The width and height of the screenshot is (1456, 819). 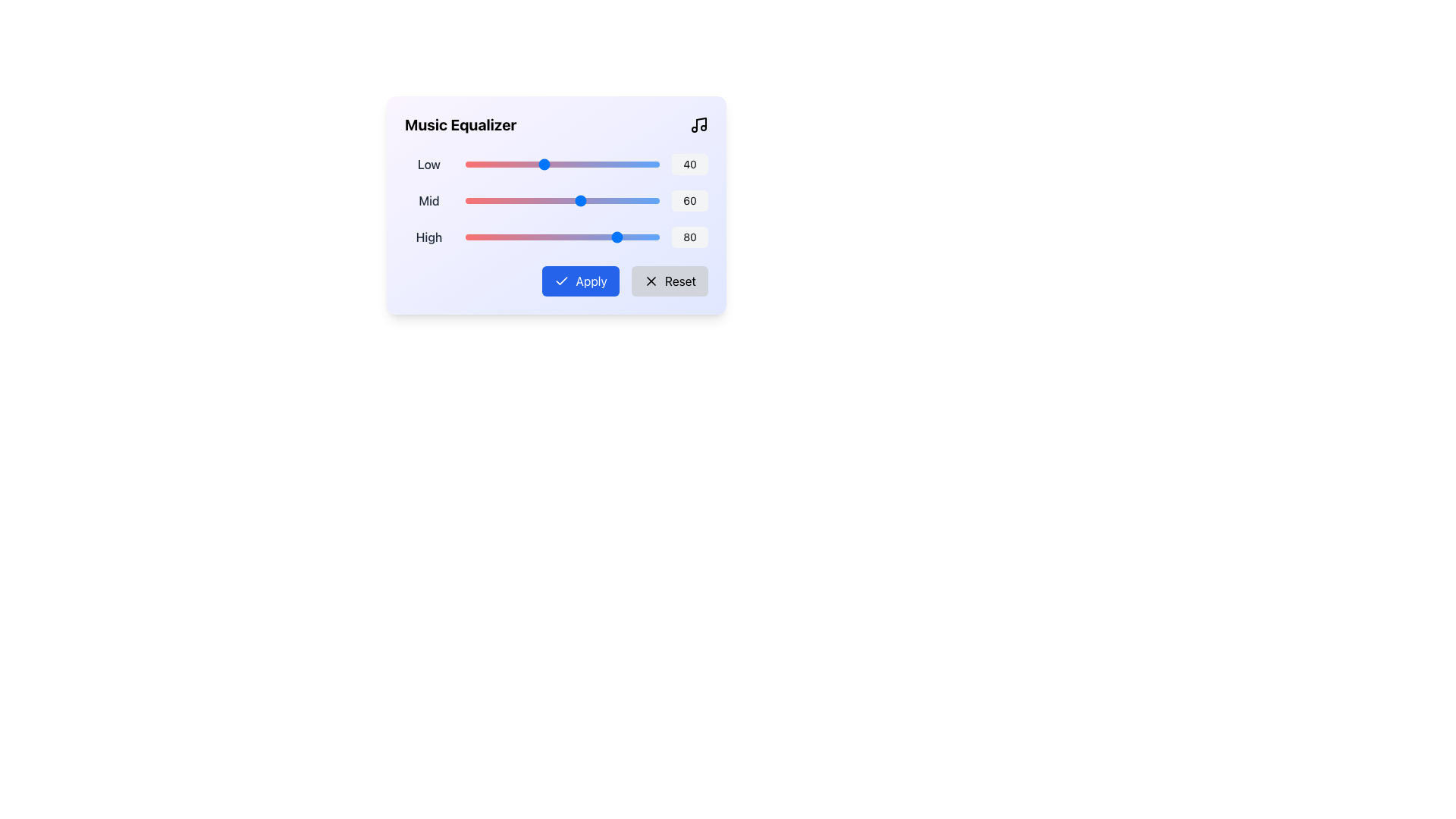 I want to click on the low equalizer slider, so click(x=491, y=164).